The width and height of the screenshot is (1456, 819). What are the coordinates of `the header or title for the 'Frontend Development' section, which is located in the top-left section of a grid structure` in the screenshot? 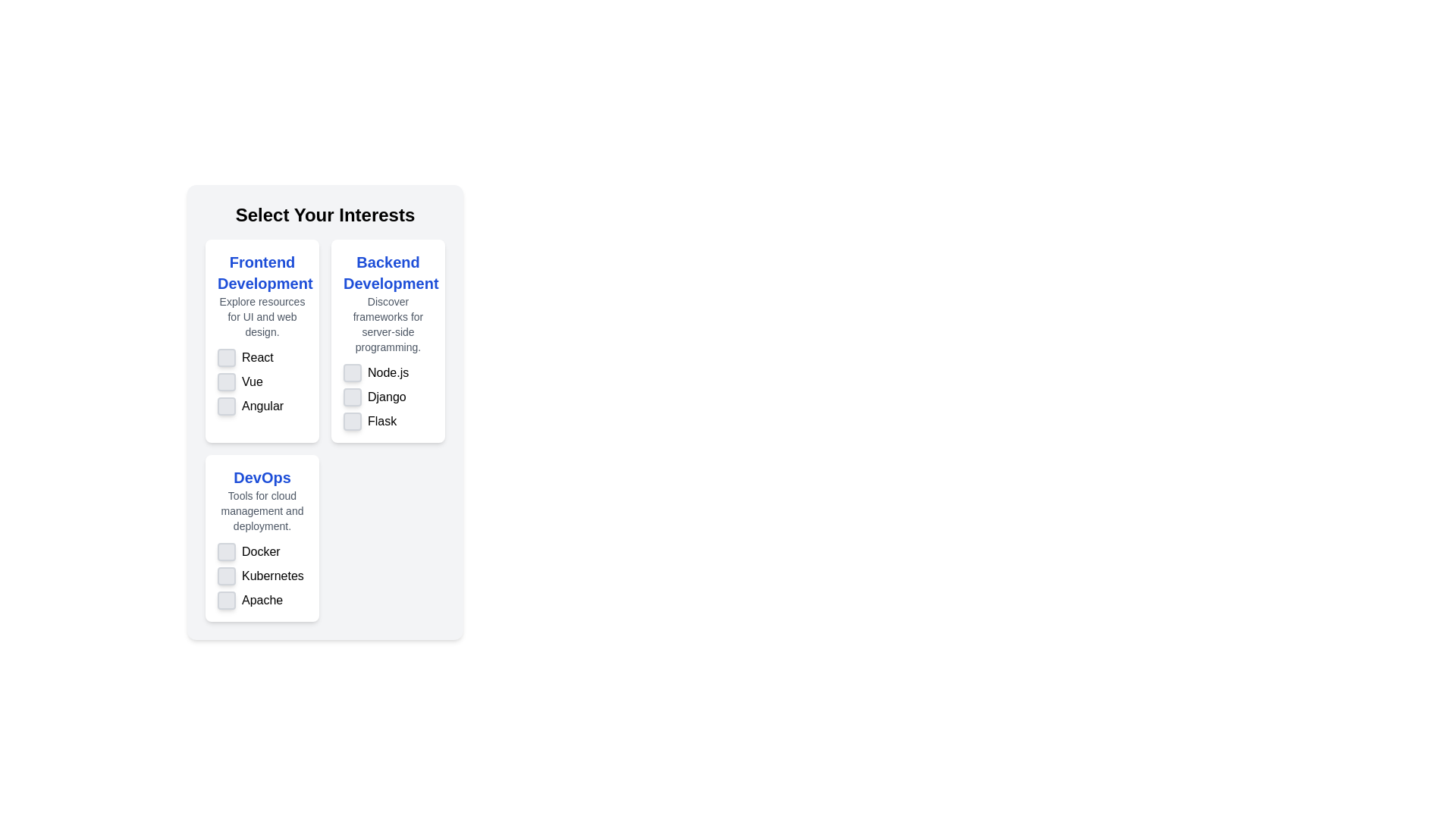 It's located at (262, 271).